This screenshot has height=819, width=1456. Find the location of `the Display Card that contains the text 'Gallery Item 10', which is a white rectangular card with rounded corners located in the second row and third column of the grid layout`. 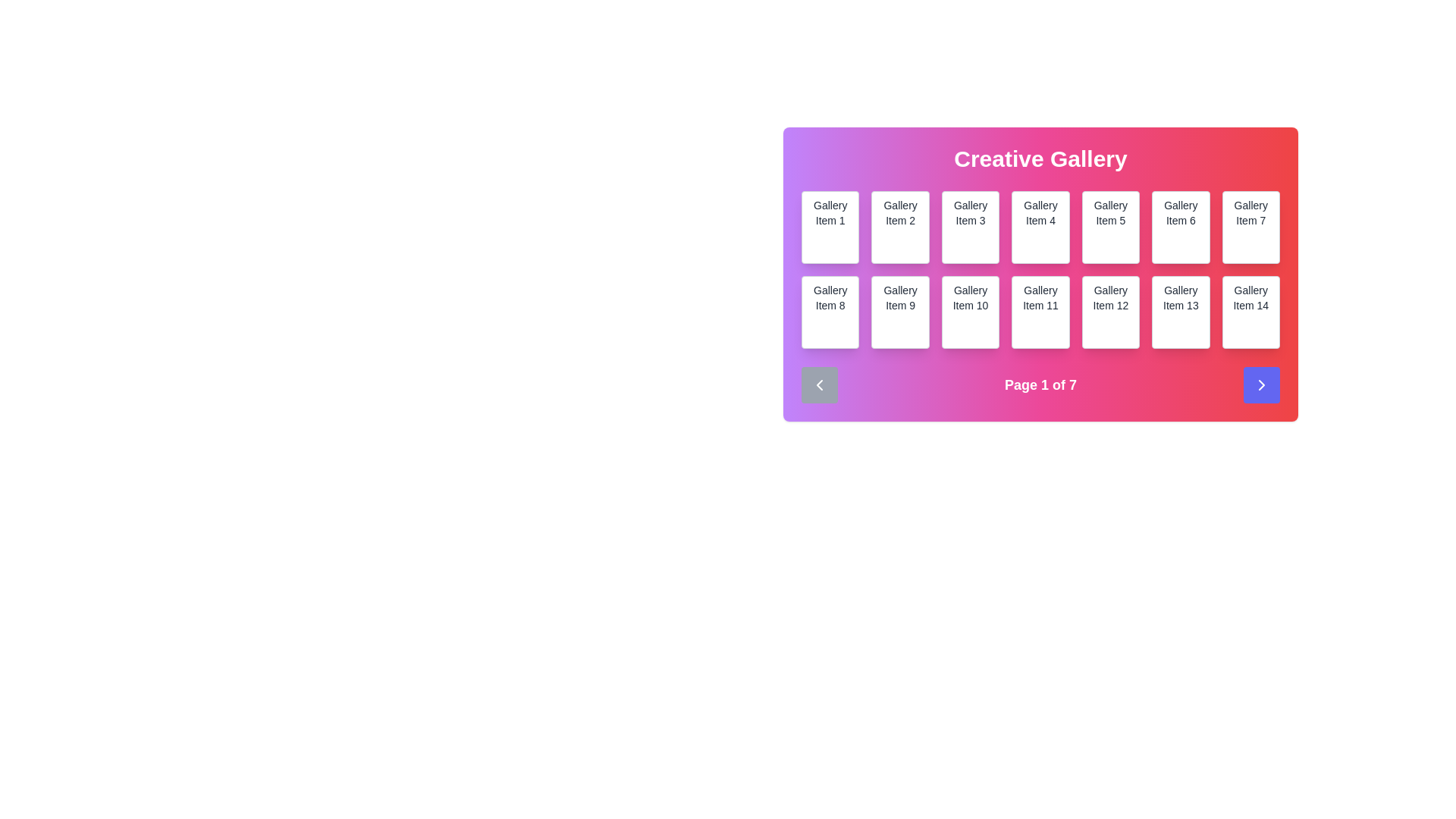

the Display Card that contains the text 'Gallery Item 10', which is a white rectangular card with rounded corners located in the second row and third column of the grid layout is located at coordinates (971, 312).